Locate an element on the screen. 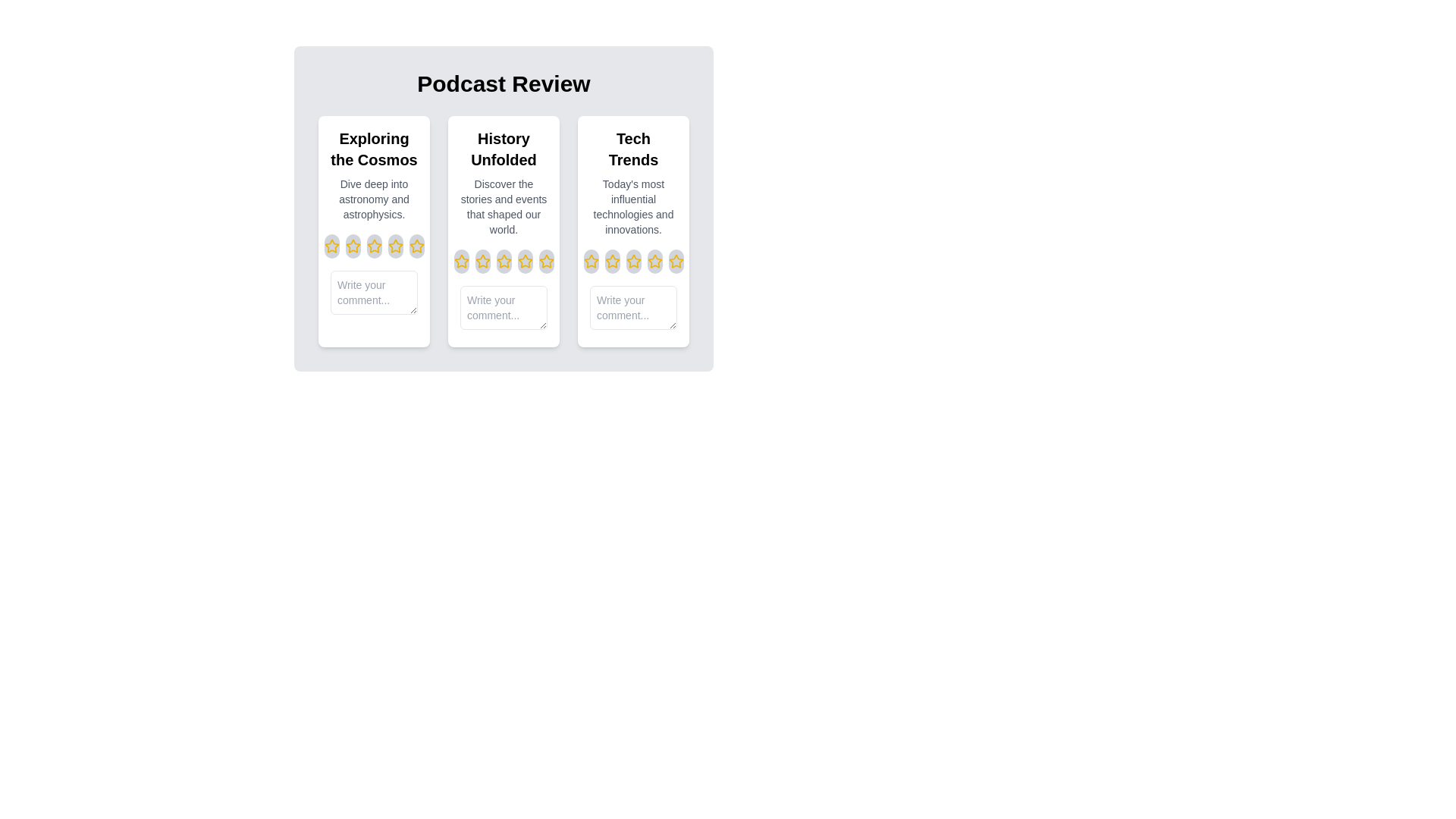 Image resolution: width=1456 pixels, height=819 pixels. the rating for an episode to 5 stars by clicking on the corresponding star is located at coordinates (416, 245).